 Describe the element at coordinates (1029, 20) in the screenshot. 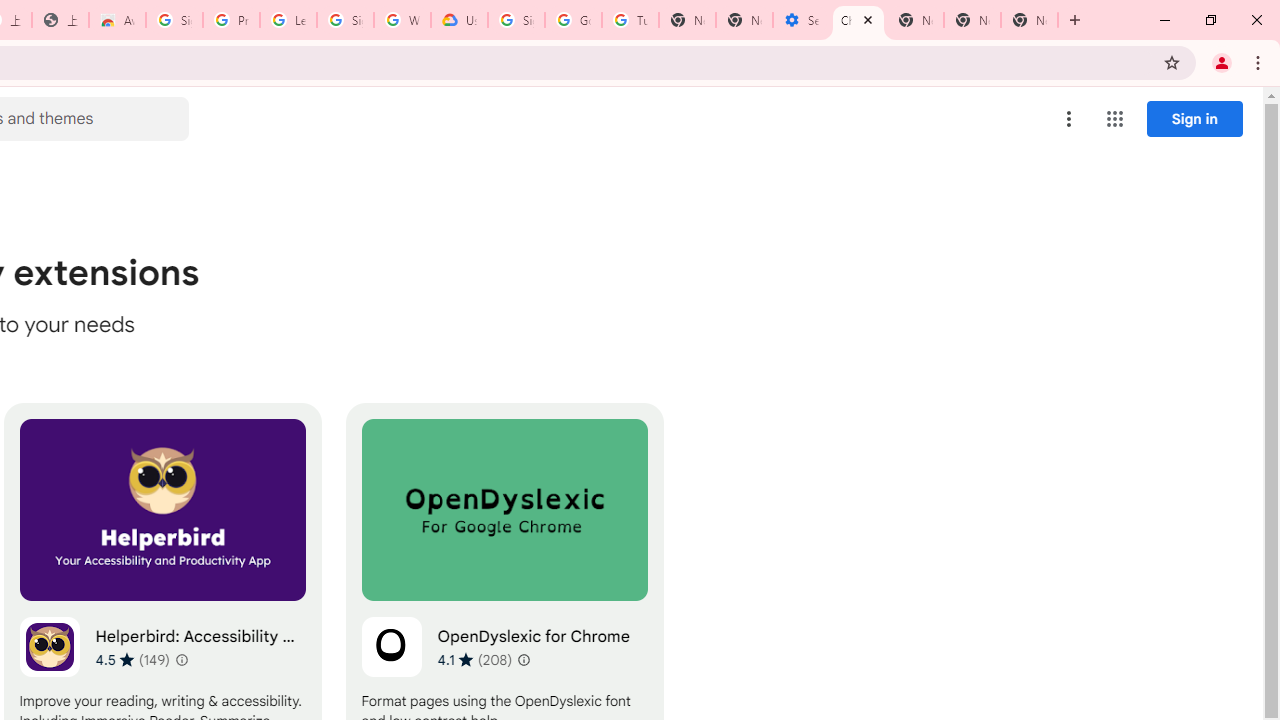

I see `'New Tab'` at that location.